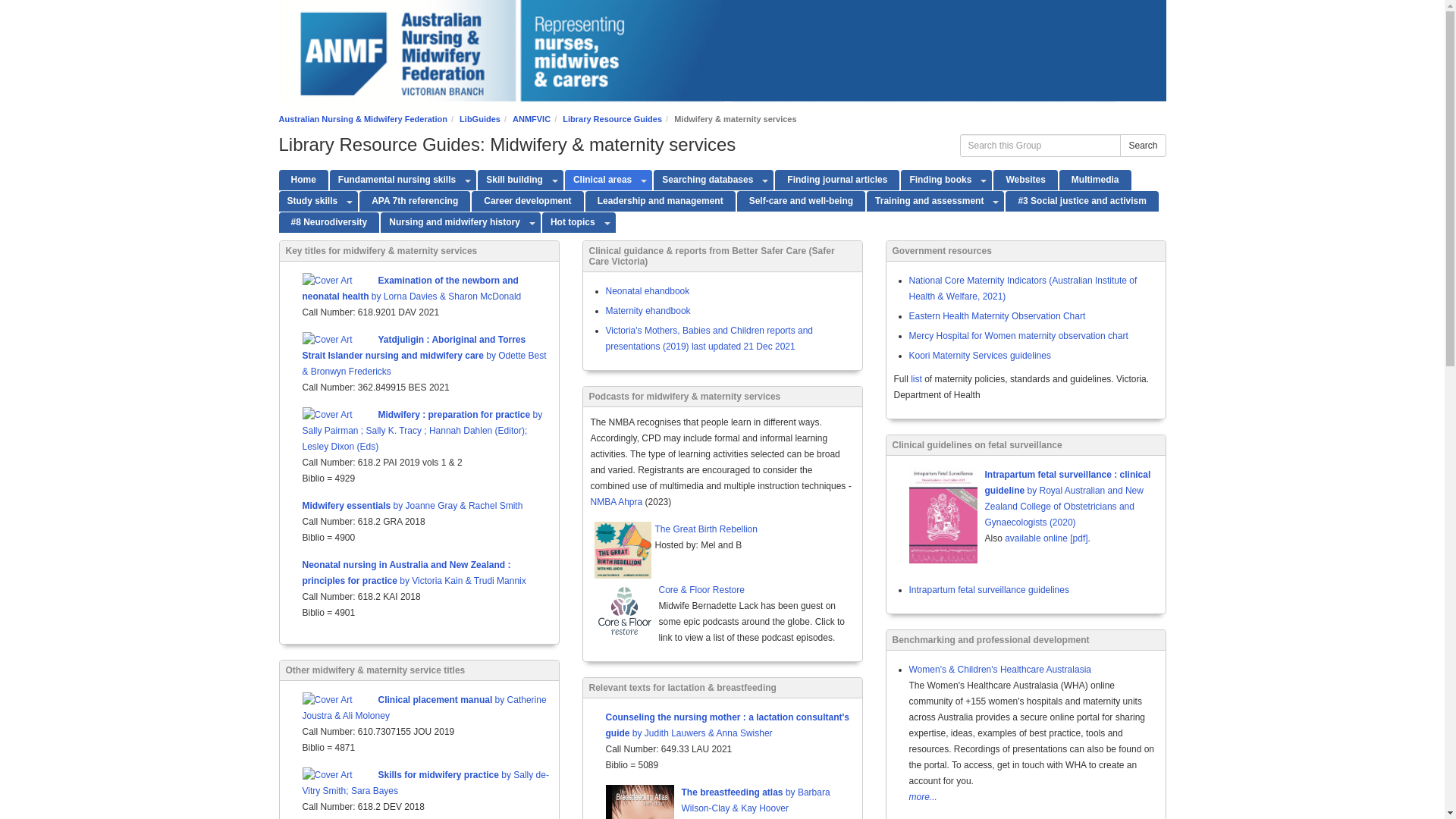  I want to click on 'Intrapartum fetal surveillance guidelines', so click(988, 589).